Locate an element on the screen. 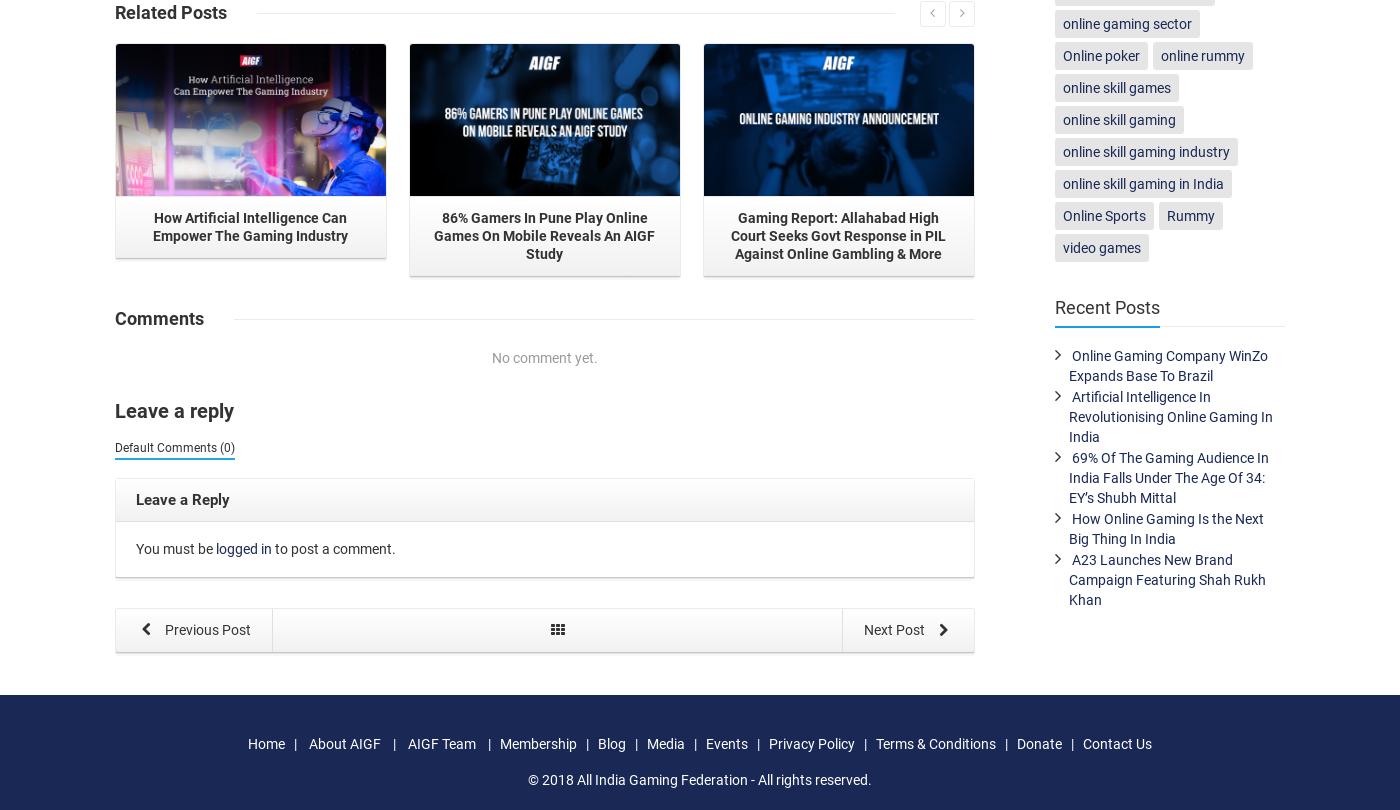  'A23 Launches New Brand Campaign Featuring Shah Rukh Khan' is located at coordinates (1167, 579).